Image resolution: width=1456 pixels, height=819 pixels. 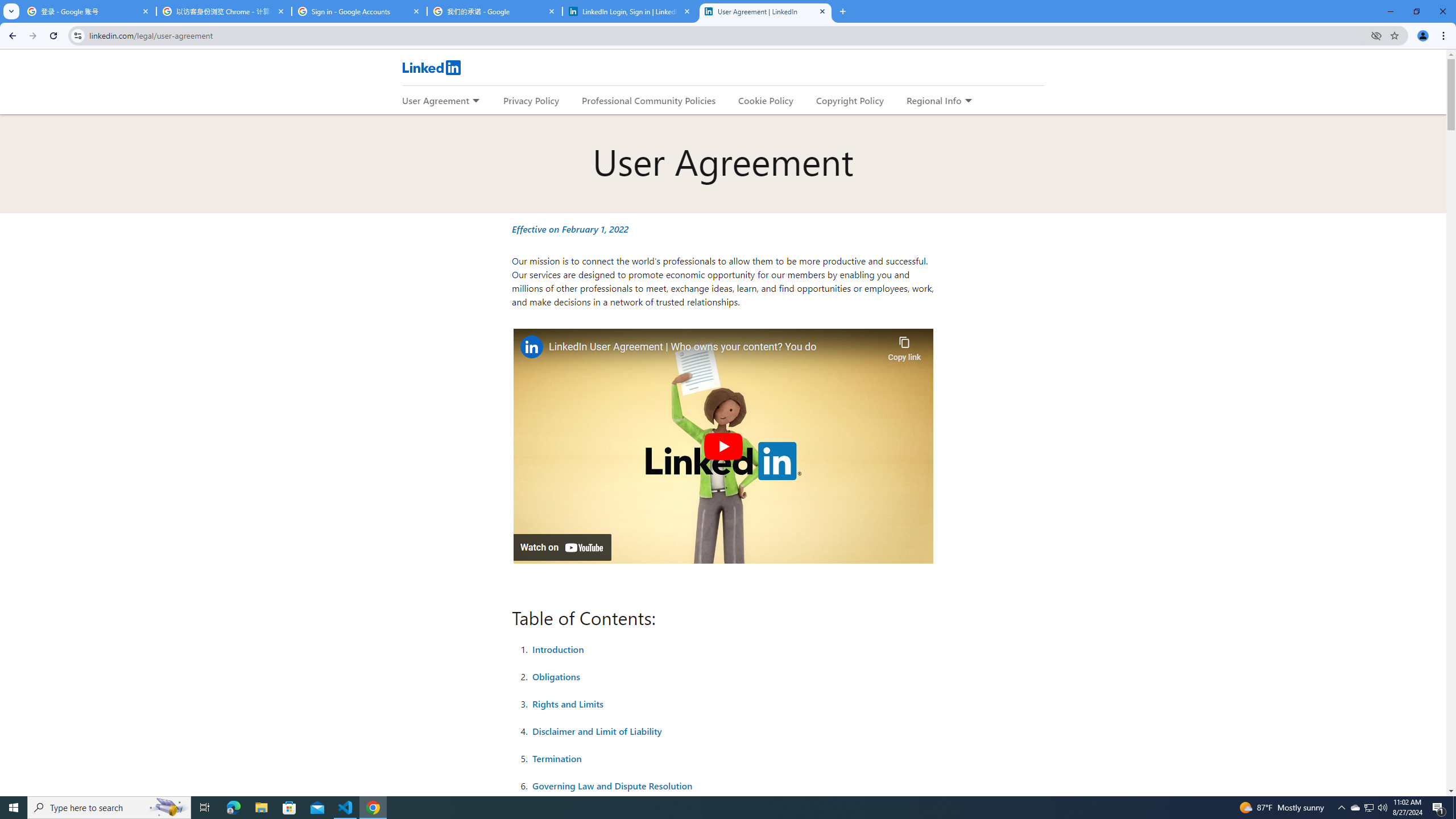 I want to click on 'Watch on YouTube', so click(x=561, y=547).